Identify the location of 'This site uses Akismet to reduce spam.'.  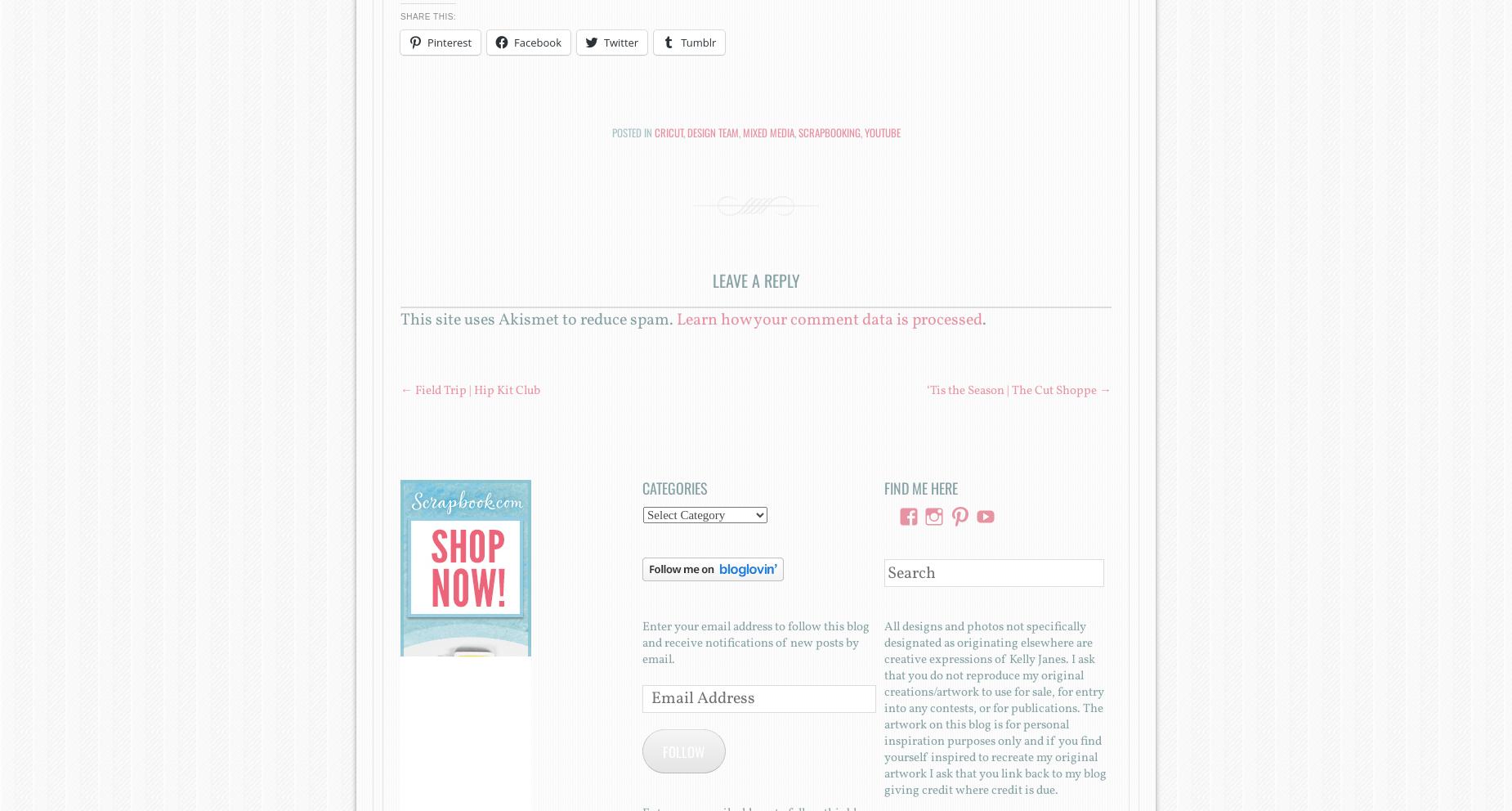
(400, 320).